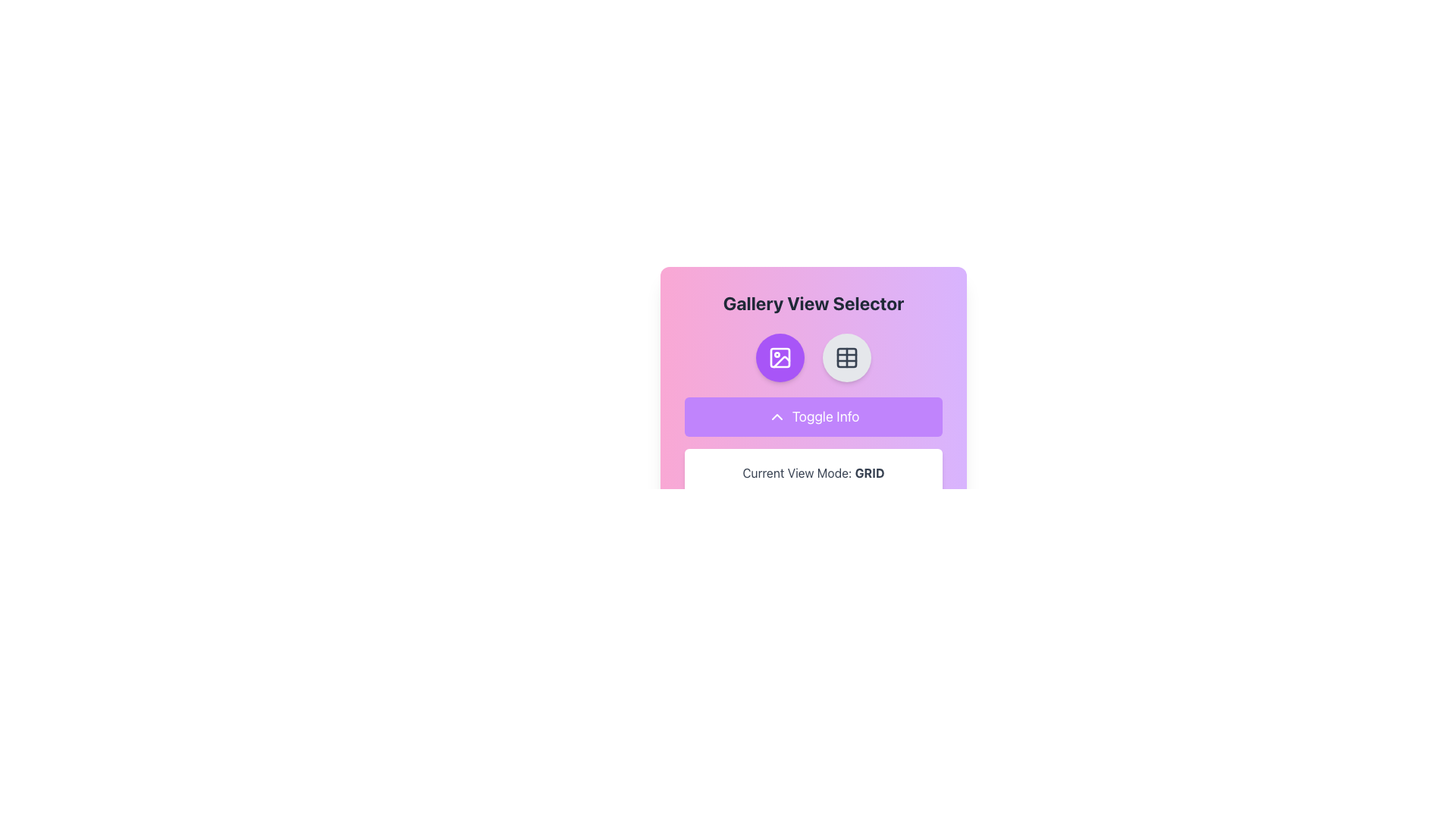 The height and width of the screenshot is (819, 1456). What do you see at coordinates (813, 357) in the screenshot?
I see `the right button of the button group labeled 'Gallery View Selector'` at bounding box center [813, 357].